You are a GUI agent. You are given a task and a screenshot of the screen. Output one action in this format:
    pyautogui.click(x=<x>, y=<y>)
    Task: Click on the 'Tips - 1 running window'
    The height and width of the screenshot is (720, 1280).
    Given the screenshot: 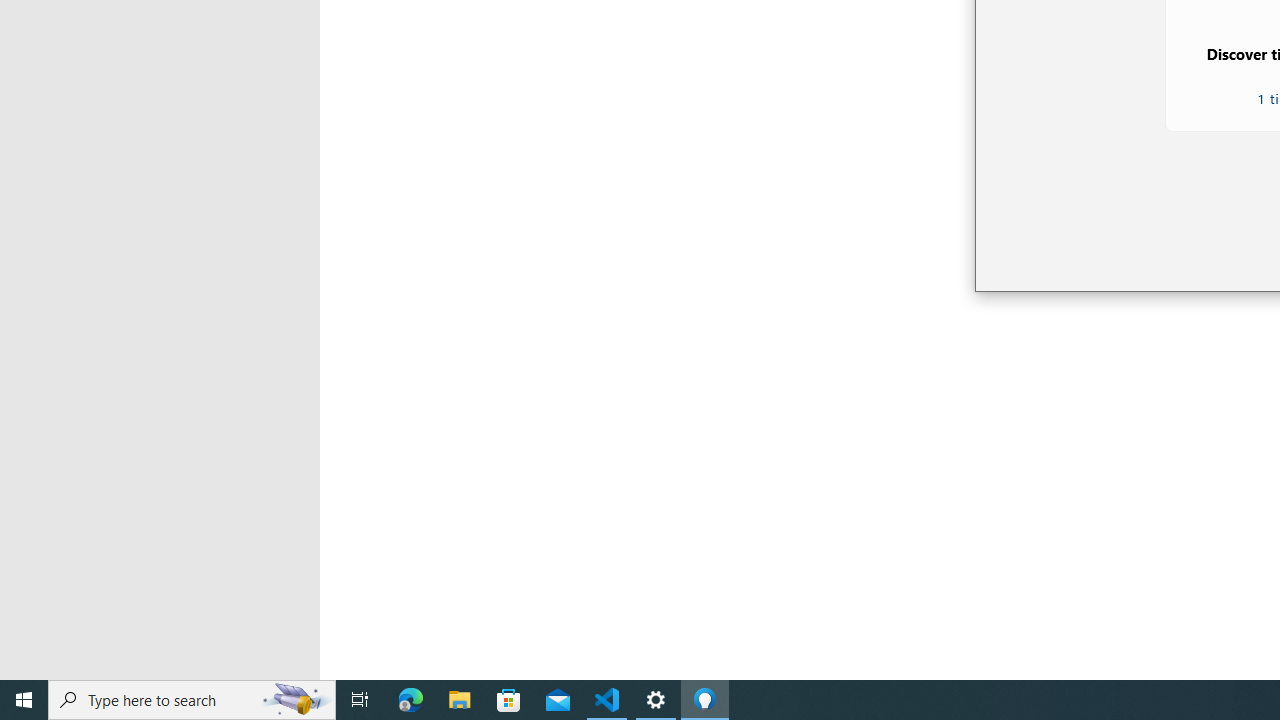 What is the action you would take?
    pyautogui.click(x=705, y=698)
    